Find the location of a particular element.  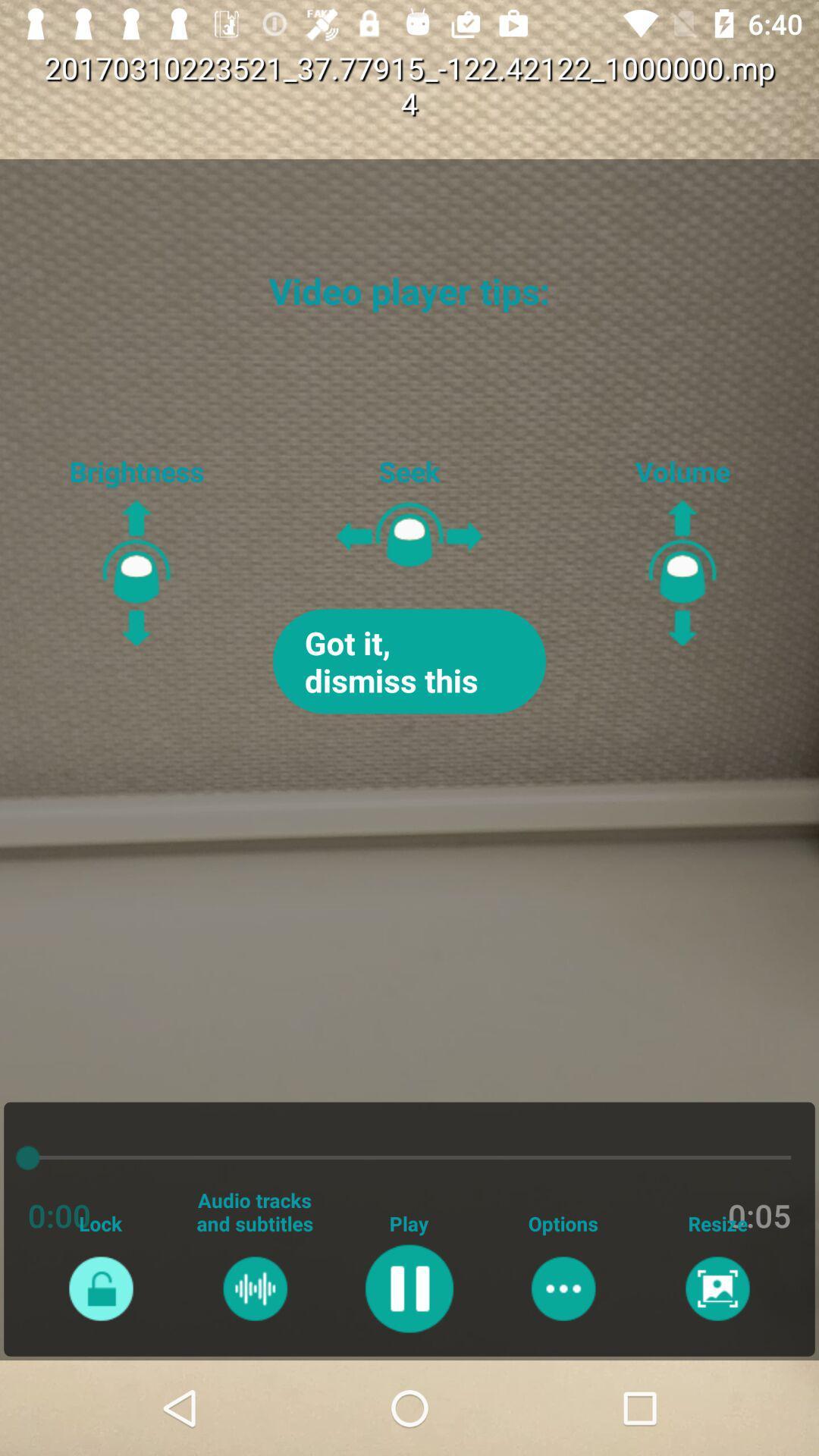

the lock icon is located at coordinates (101, 1288).